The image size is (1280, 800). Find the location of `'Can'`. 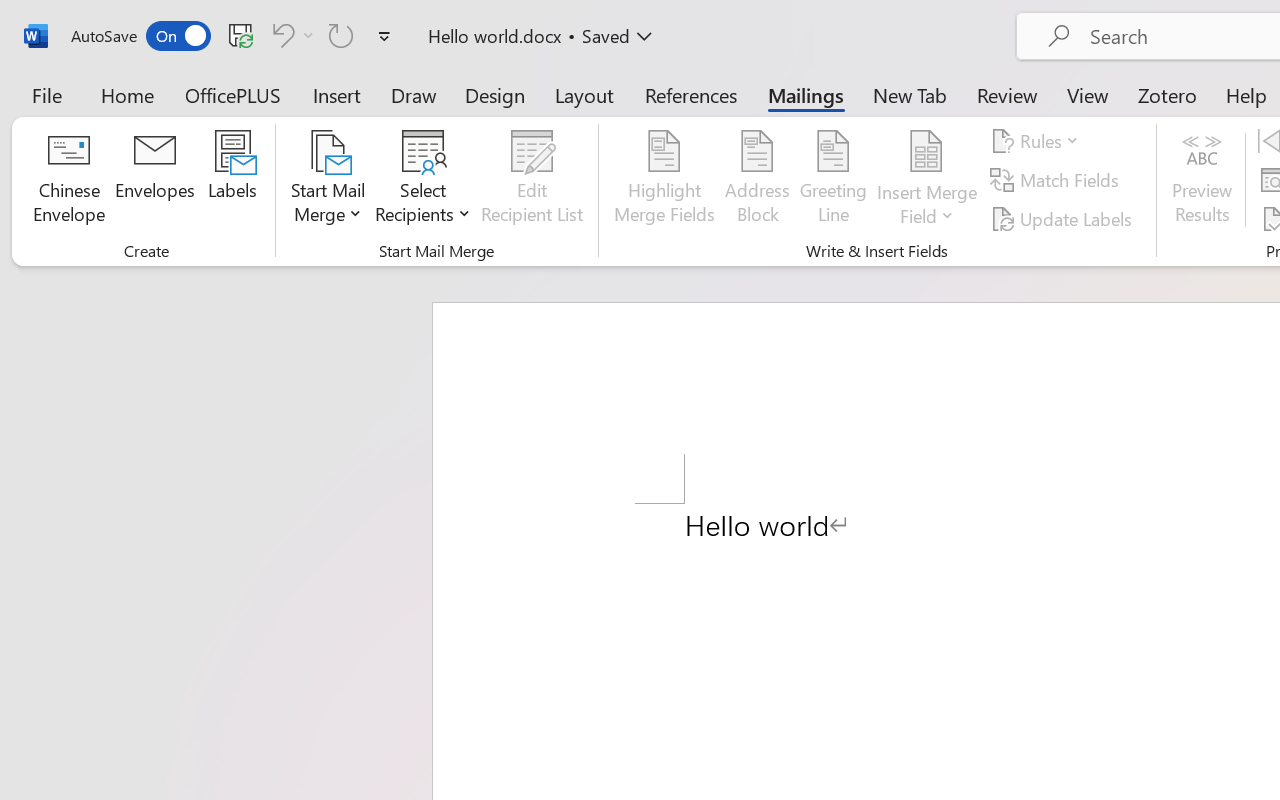

'Can' is located at coordinates (341, 34).